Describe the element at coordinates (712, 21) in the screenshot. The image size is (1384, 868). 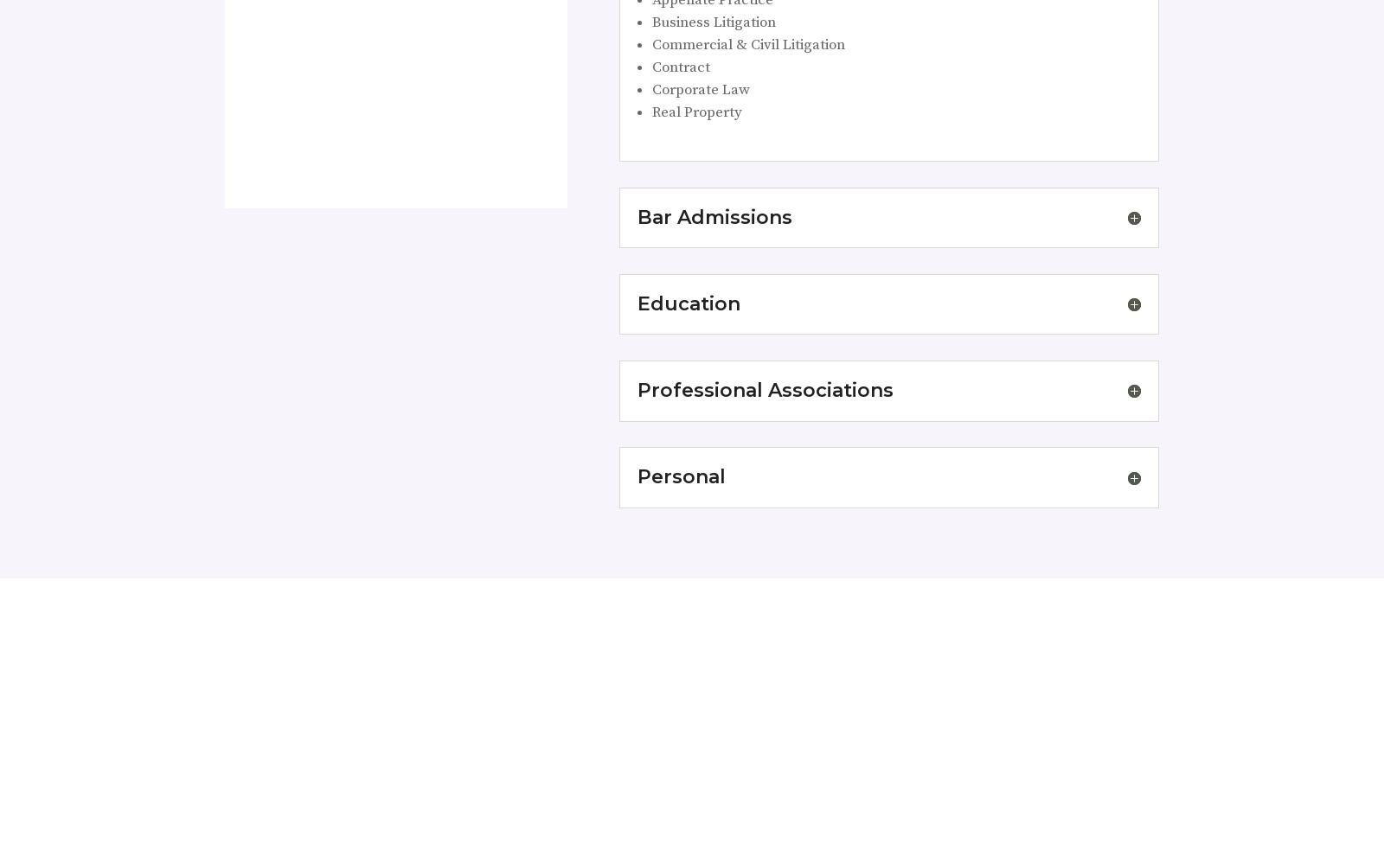
I see `'Business Litigation'` at that location.